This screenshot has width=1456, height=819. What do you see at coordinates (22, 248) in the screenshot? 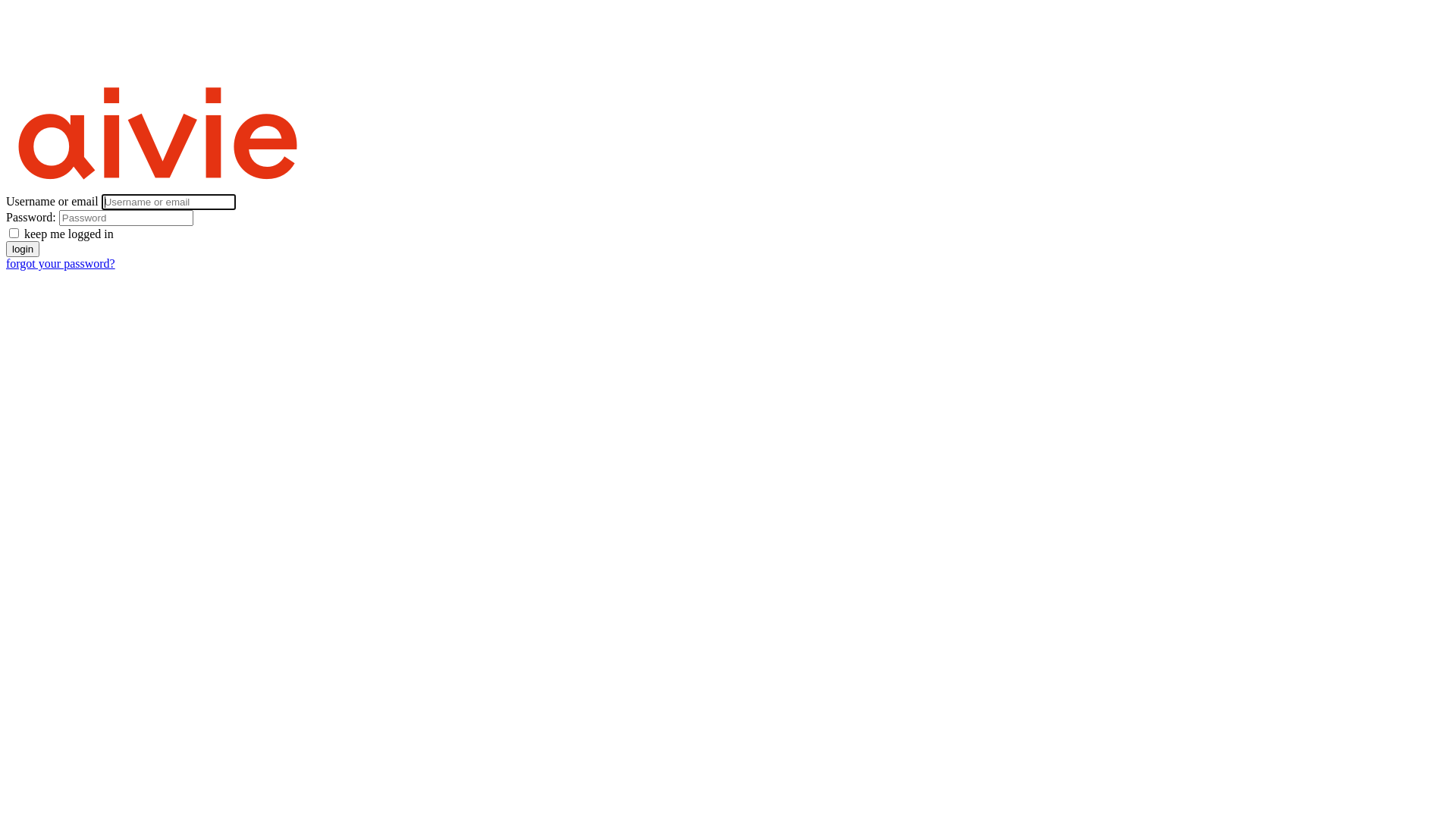
I see `'login'` at bounding box center [22, 248].